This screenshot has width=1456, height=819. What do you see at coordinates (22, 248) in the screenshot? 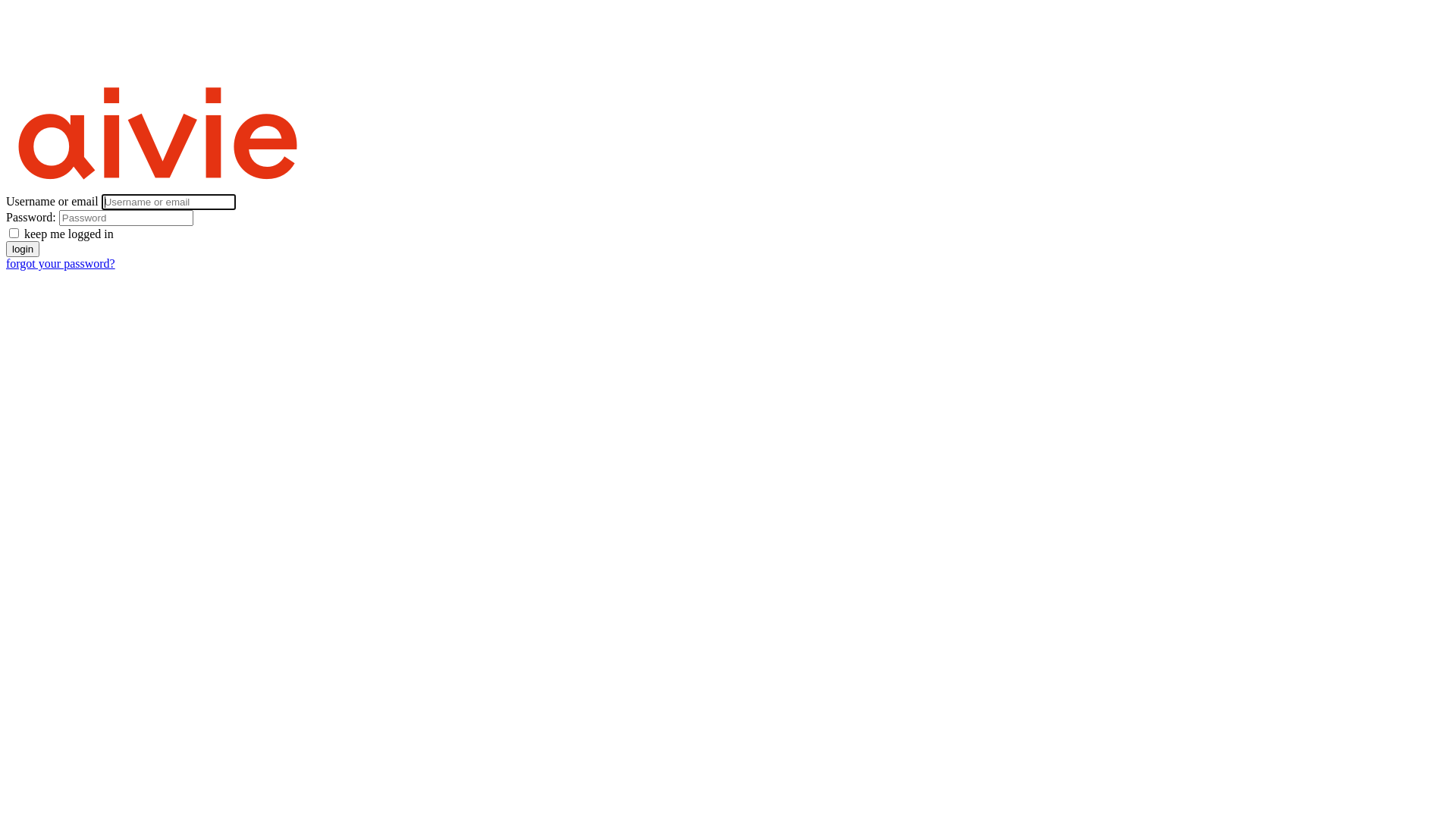
I see `'login'` at bounding box center [22, 248].